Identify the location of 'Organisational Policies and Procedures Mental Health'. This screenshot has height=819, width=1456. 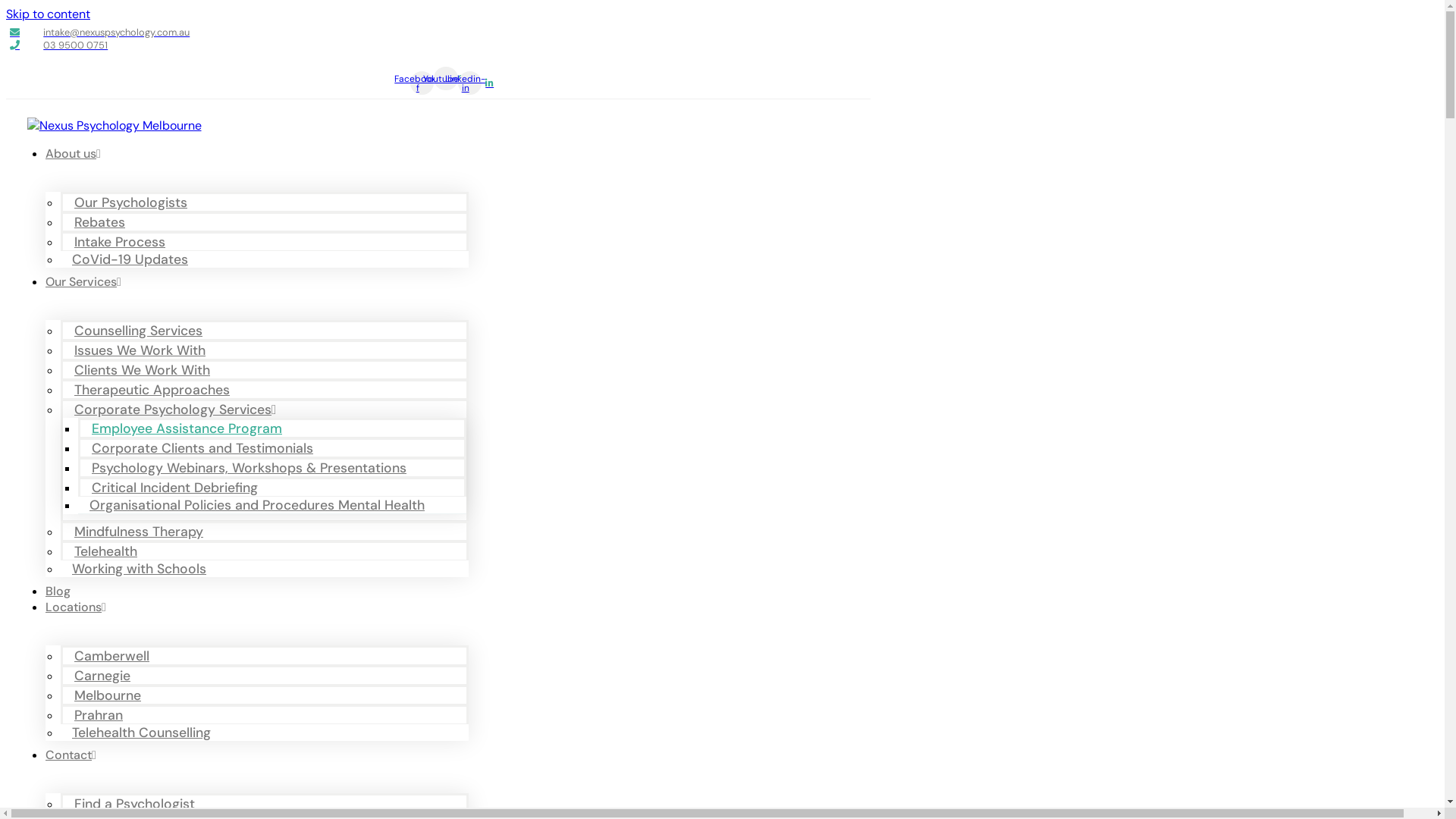
(261, 505).